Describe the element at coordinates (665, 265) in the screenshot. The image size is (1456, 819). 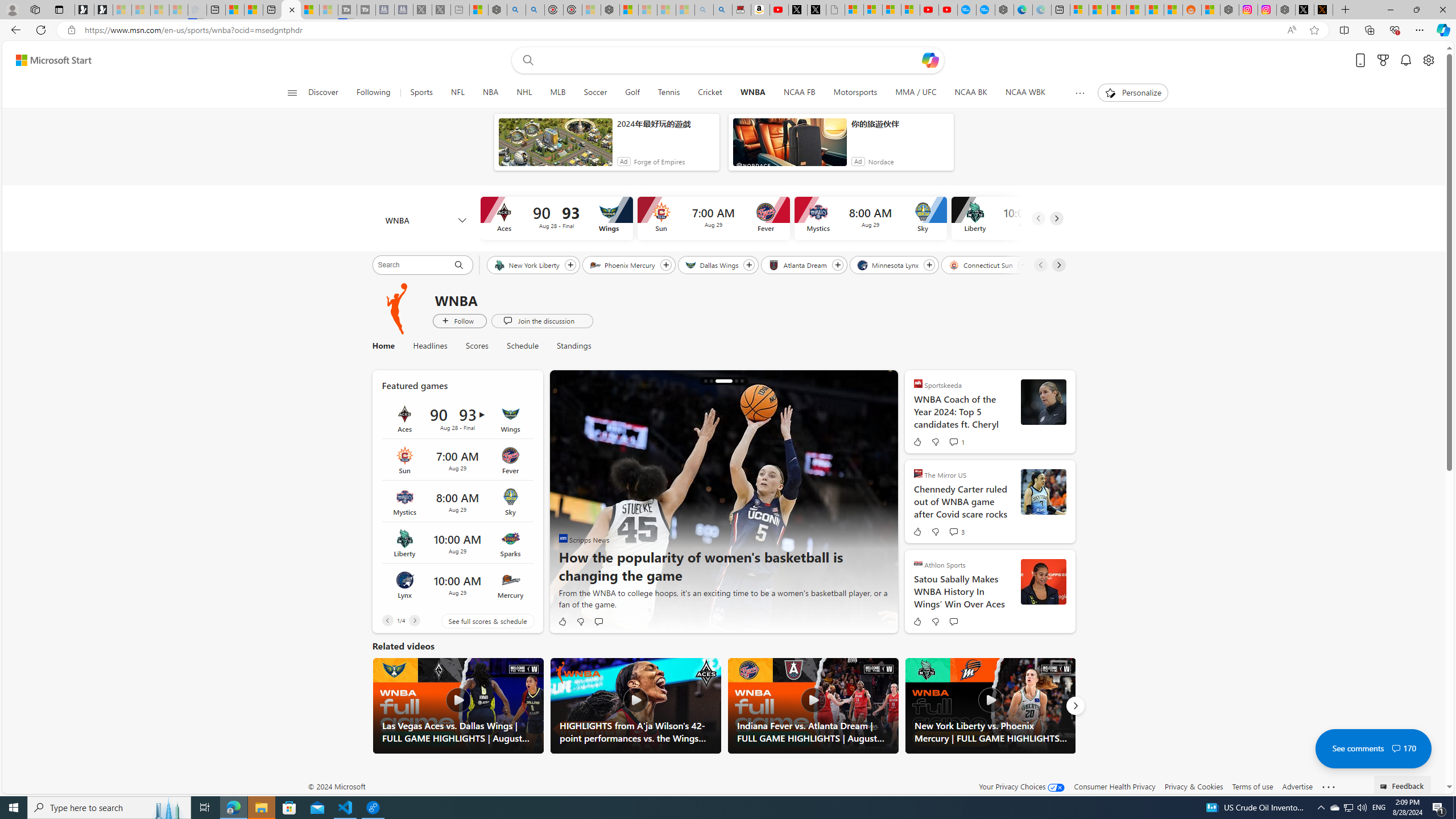
I see `'Follow Phoenix Mercury'` at that location.